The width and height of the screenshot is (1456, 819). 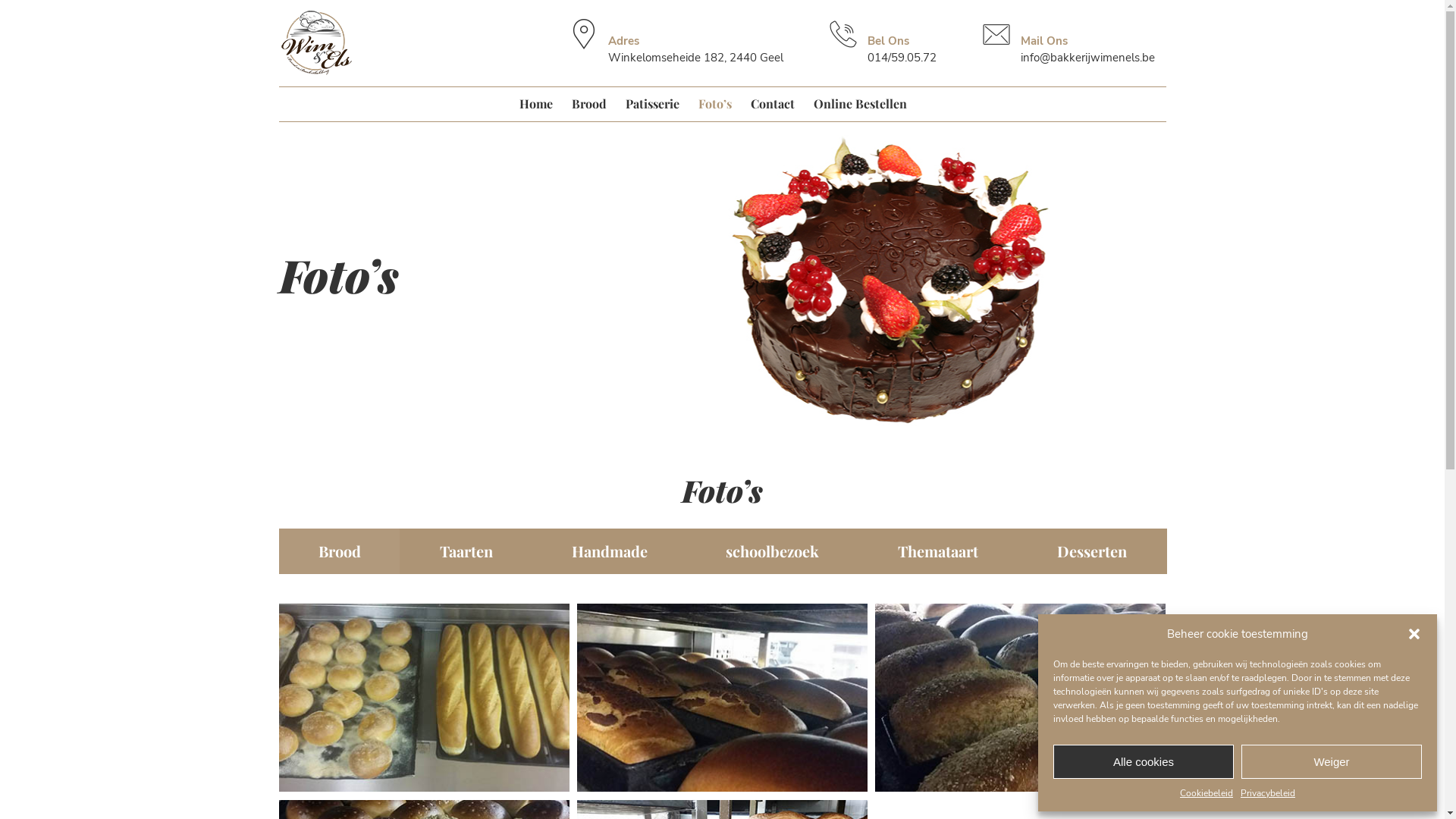 What do you see at coordinates (651, 102) in the screenshot?
I see `'Patisserie'` at bounding box center [651, 102].